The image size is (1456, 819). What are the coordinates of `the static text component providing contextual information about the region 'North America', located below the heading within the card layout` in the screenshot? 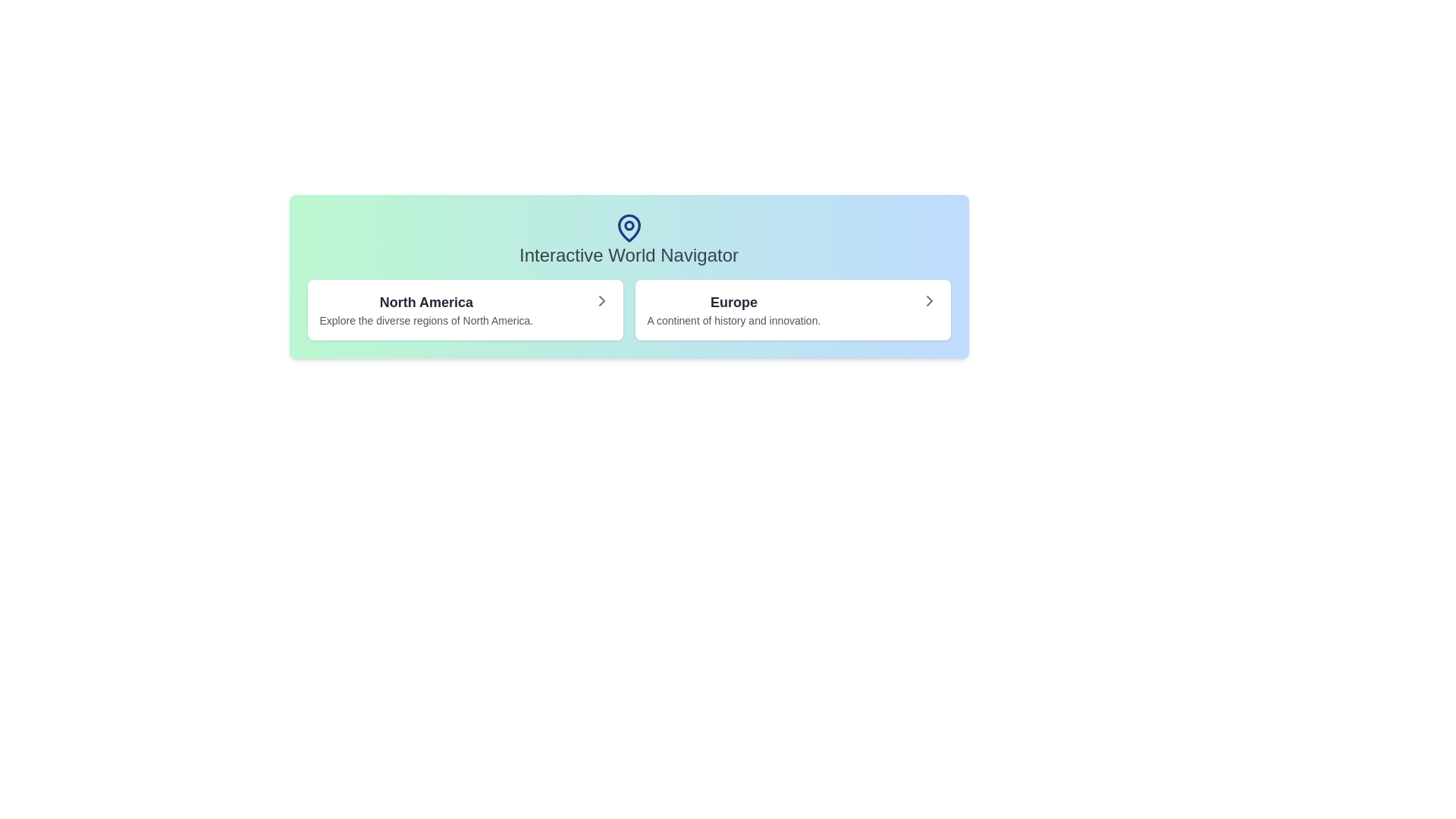 It's located at (425, 320).